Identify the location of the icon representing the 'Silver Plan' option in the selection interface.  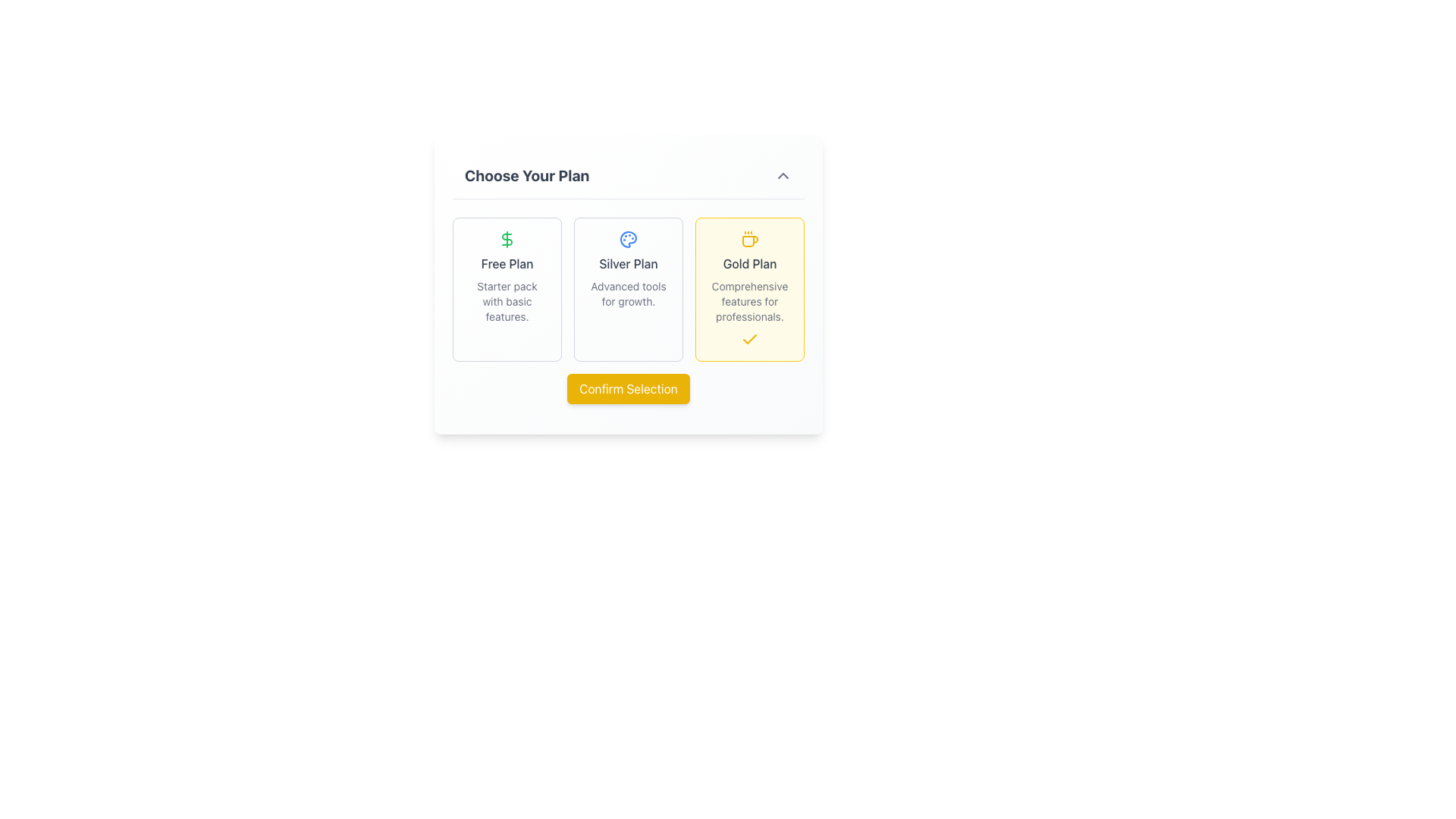
(629, 239).